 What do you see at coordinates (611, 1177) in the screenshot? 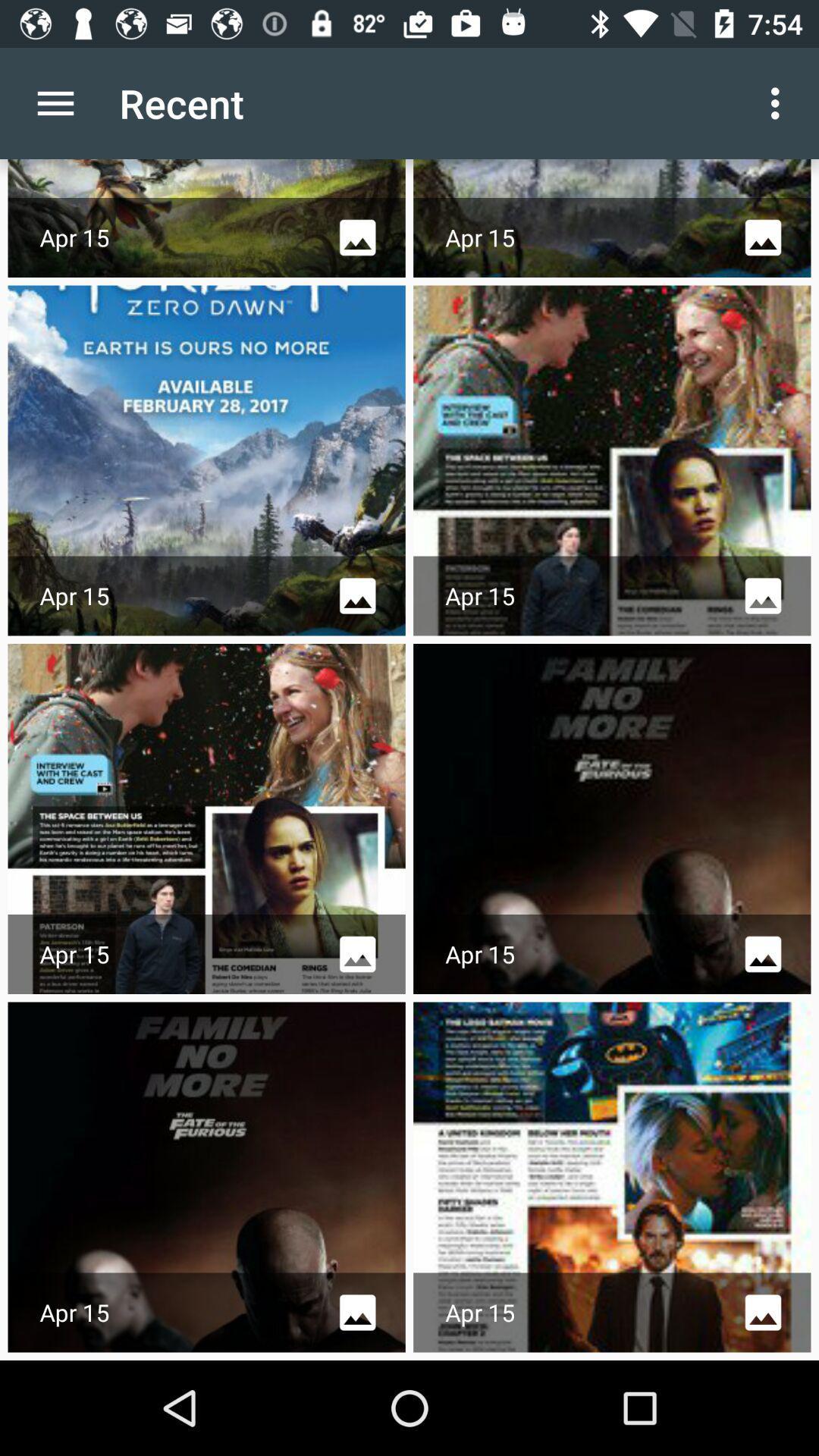
I see `the second image in the 4th row` at bounding box center [611, 1177].